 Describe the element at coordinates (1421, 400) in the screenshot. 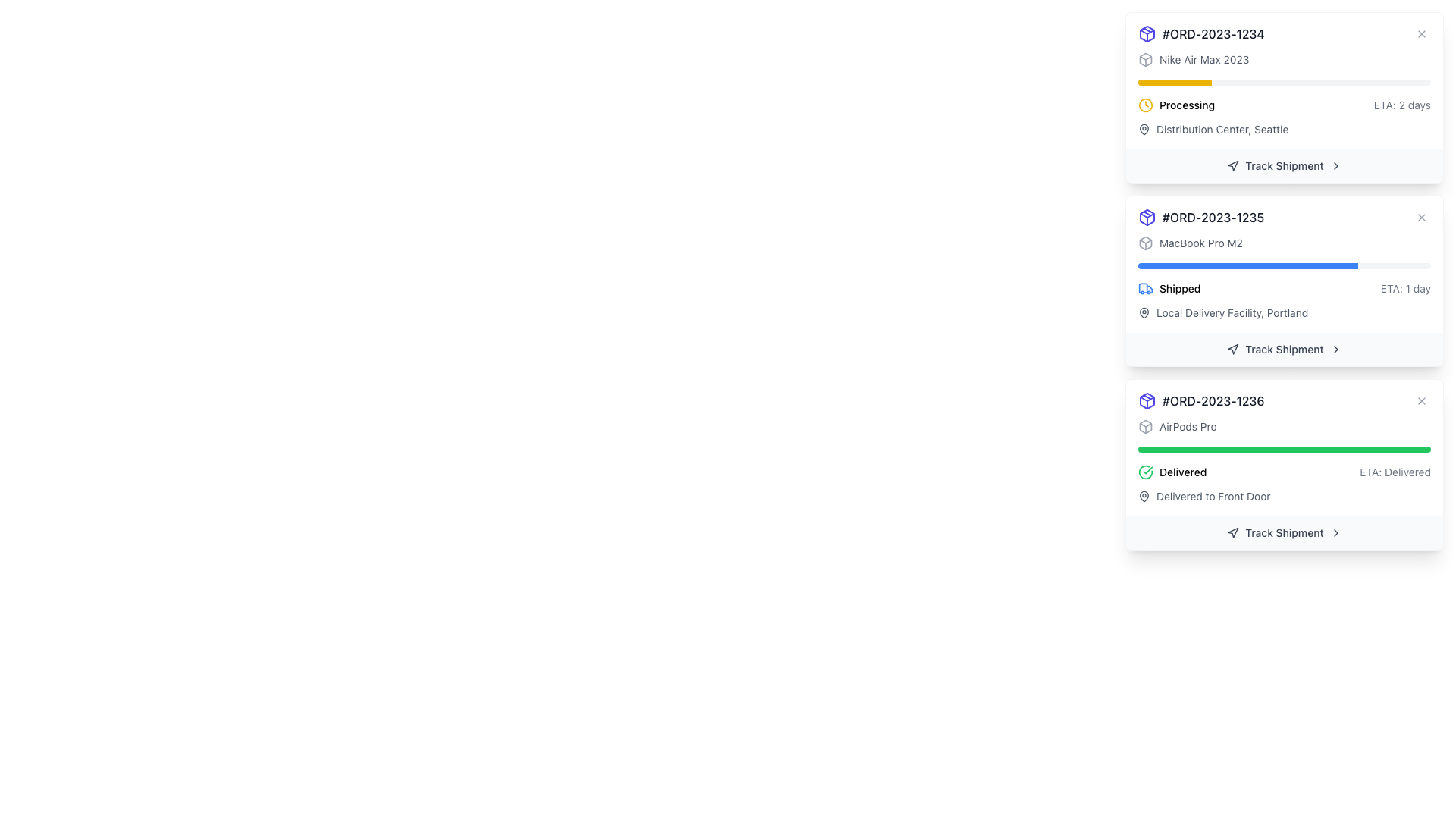

I see `the close button located in the top-right corner of the order card labeled '#ORD-2023-1236'` at that location.